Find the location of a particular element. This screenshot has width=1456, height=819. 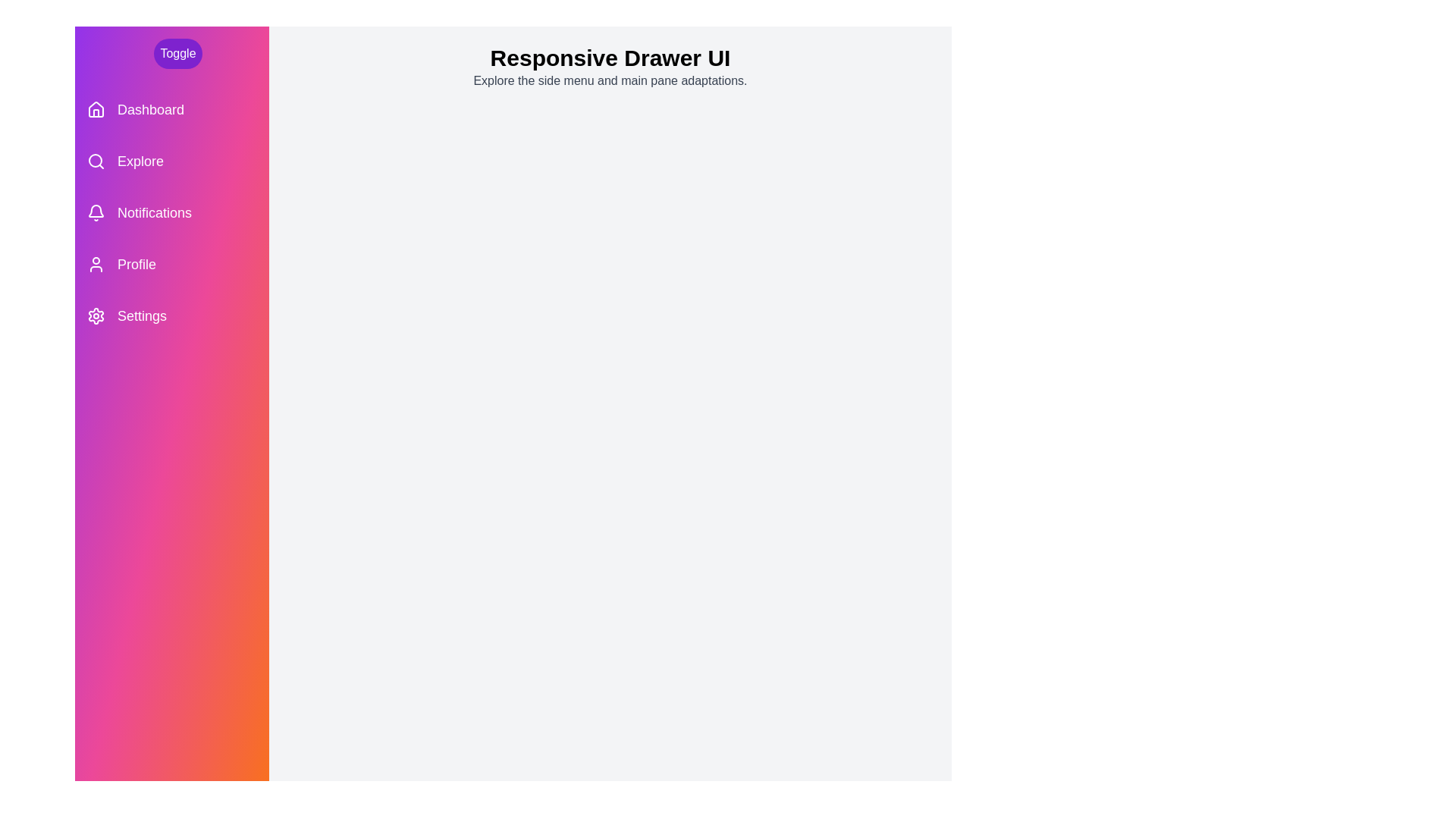

the menu item Dashboard to observe its visual feedback is located at coordinates (171, 109).